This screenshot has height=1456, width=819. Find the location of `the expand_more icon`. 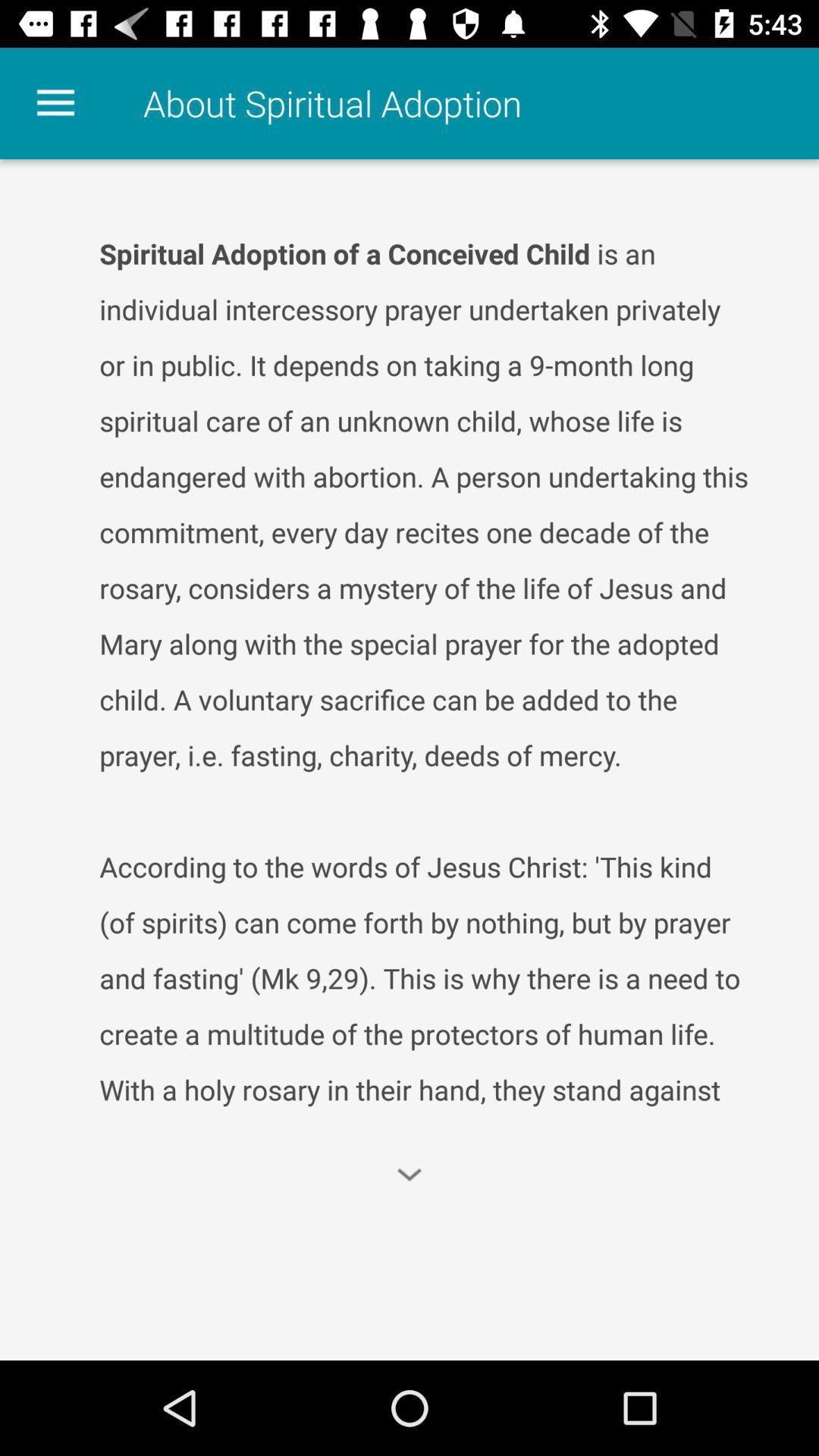

the expand_more icon is located at coordinates (409, 1173).